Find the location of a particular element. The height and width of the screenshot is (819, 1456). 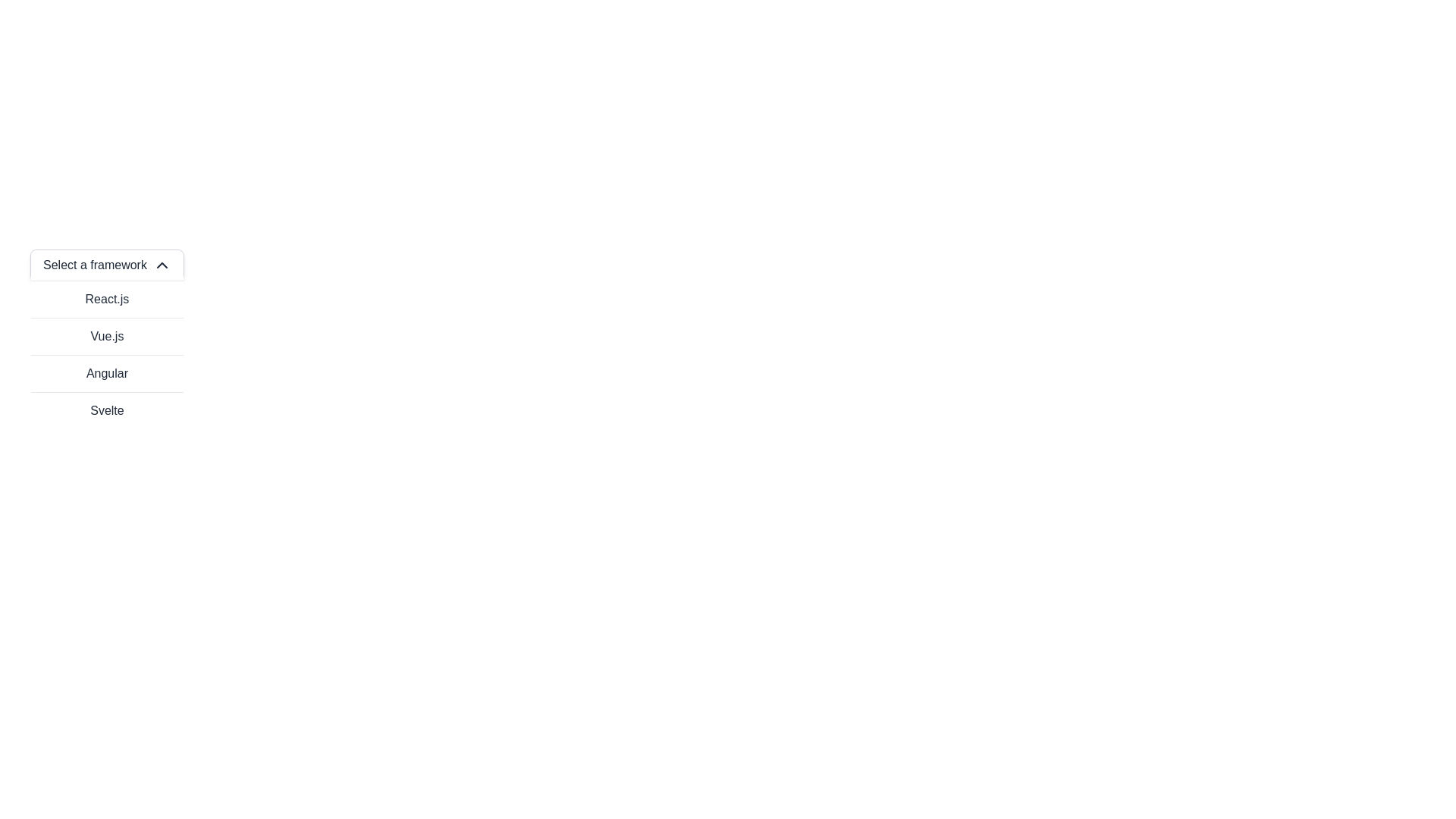

the dropdown menu trigger located at the top of the dropdown interface is located at coordinates (106, 265).